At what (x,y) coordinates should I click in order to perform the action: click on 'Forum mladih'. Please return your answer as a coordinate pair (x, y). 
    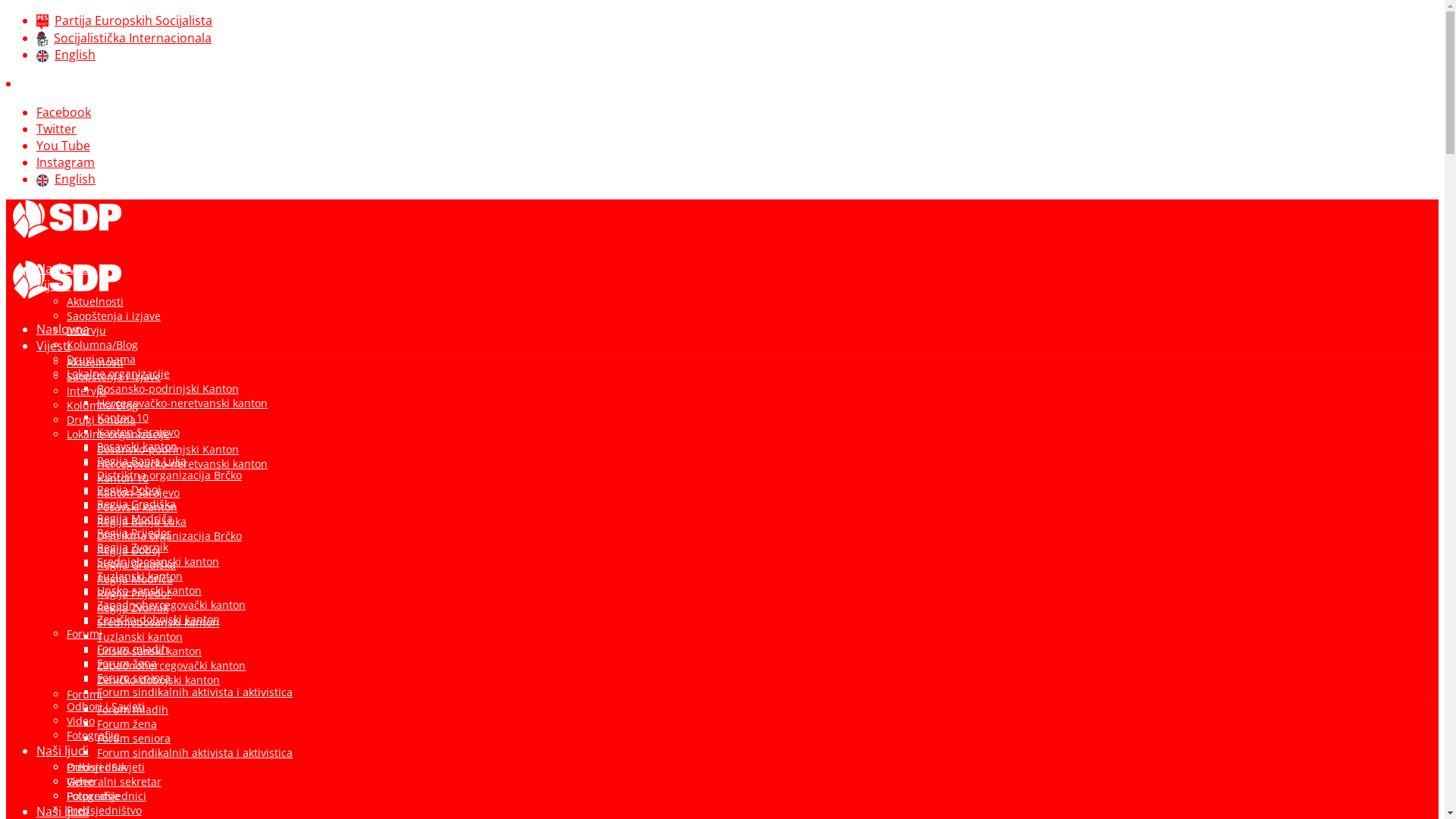
    Looking at the image, I should click on (132, 709).